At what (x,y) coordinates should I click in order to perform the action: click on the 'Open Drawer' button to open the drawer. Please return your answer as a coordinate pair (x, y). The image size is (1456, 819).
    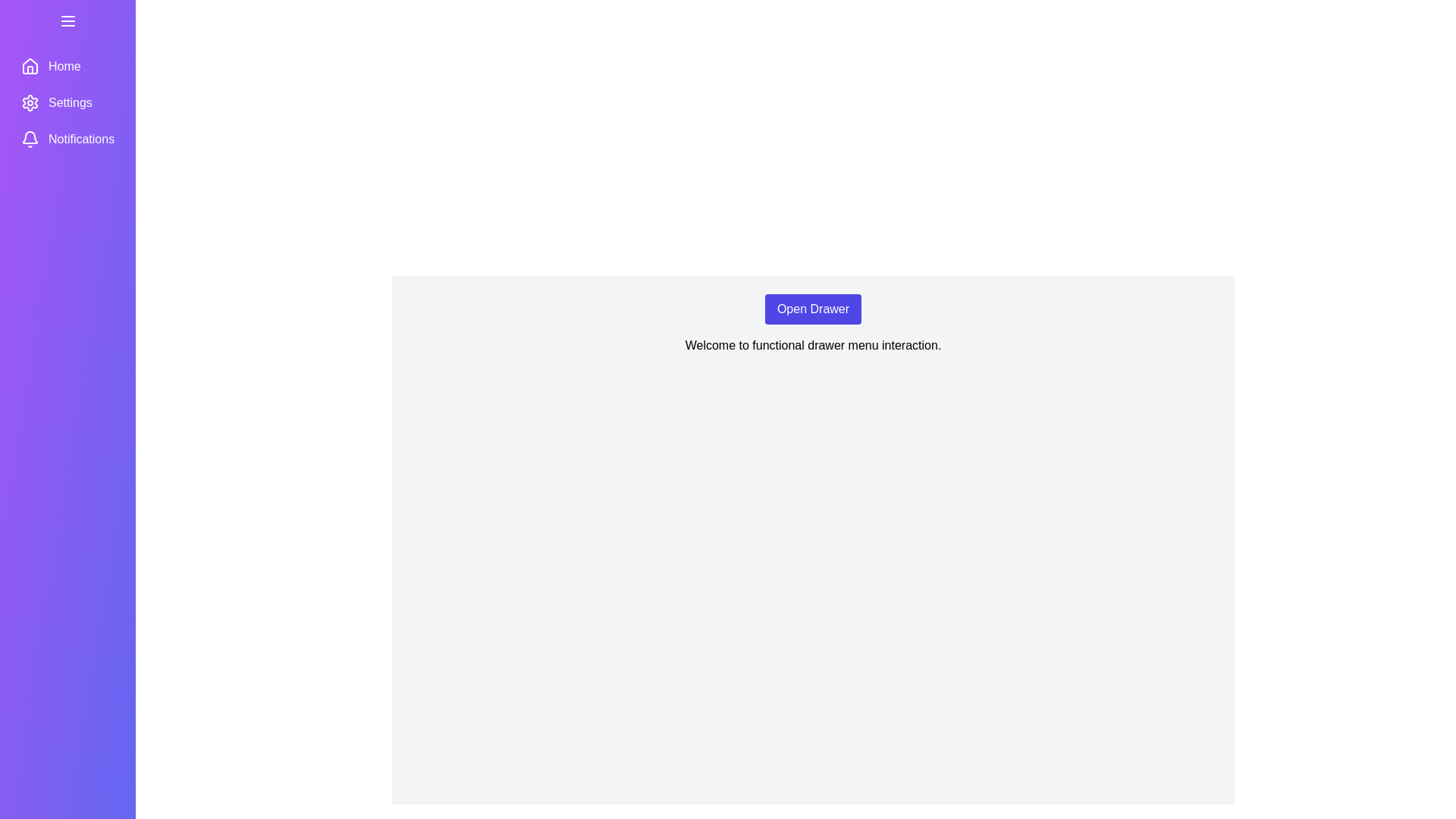
    Looking at the image, I should click on (812, 309).